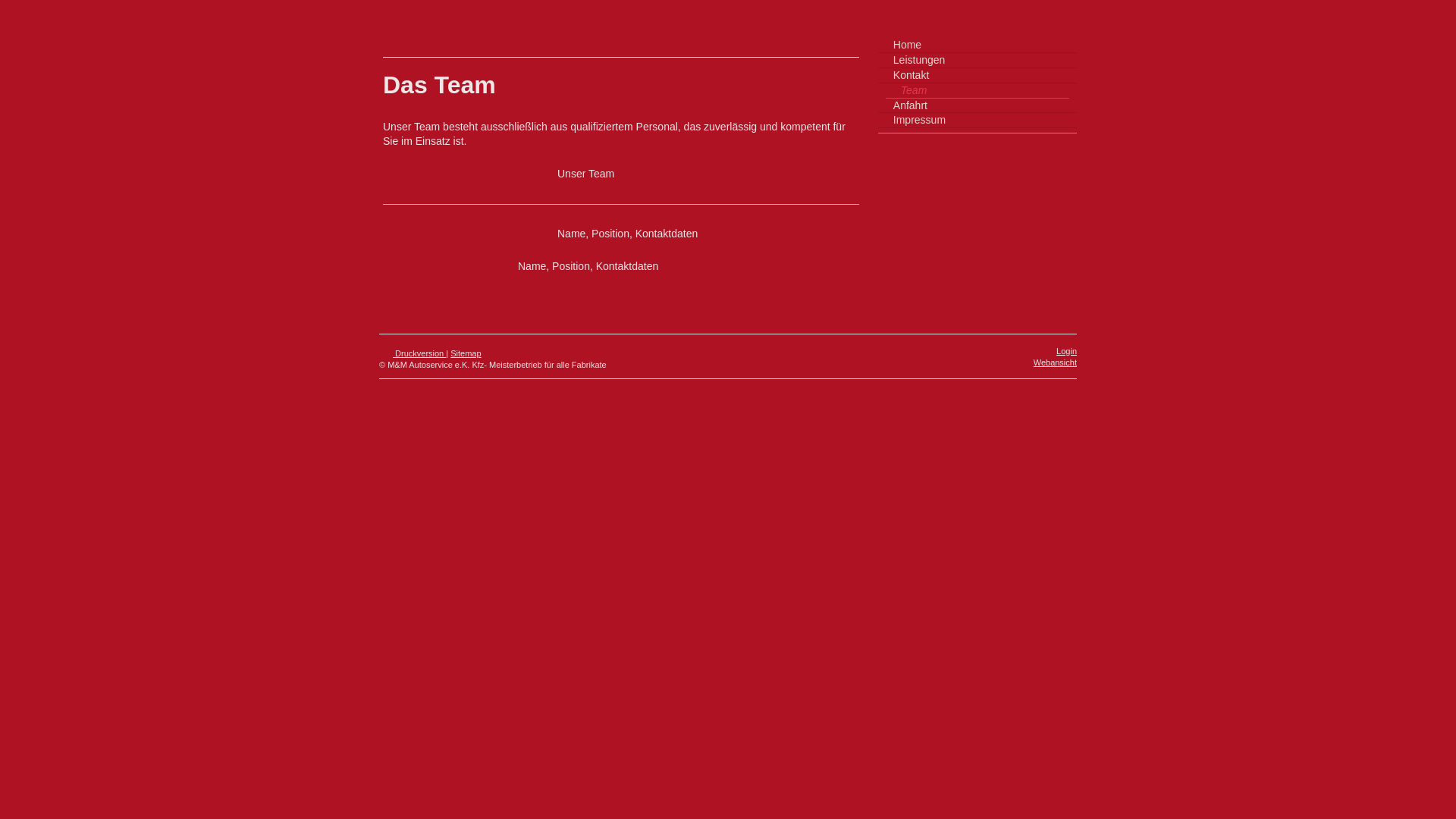  Describe the element at coordinates (977, 45) in the screenshot. I see `'Home'` at that location.